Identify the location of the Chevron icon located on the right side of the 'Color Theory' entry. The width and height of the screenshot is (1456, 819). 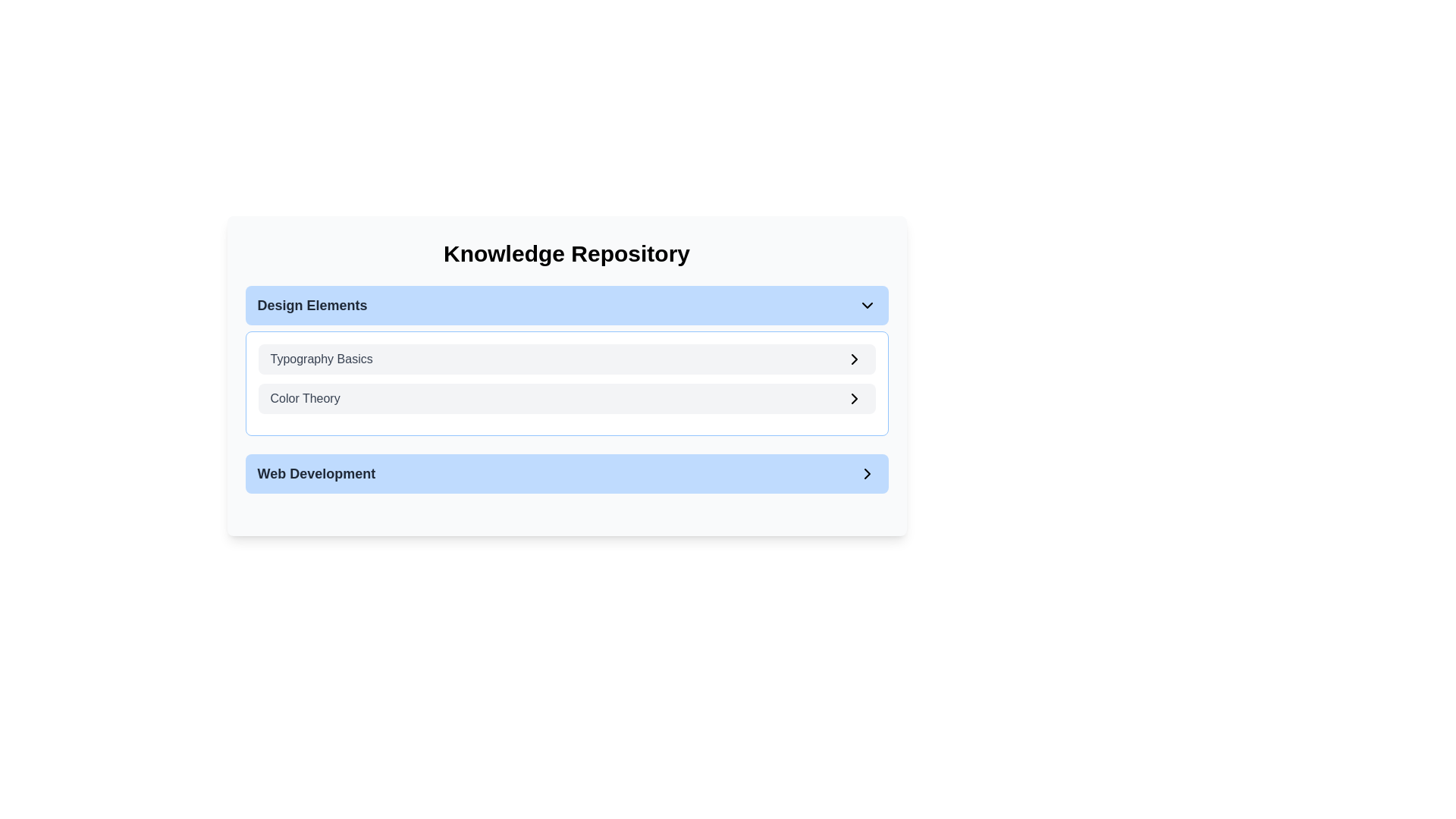
(854, 397).